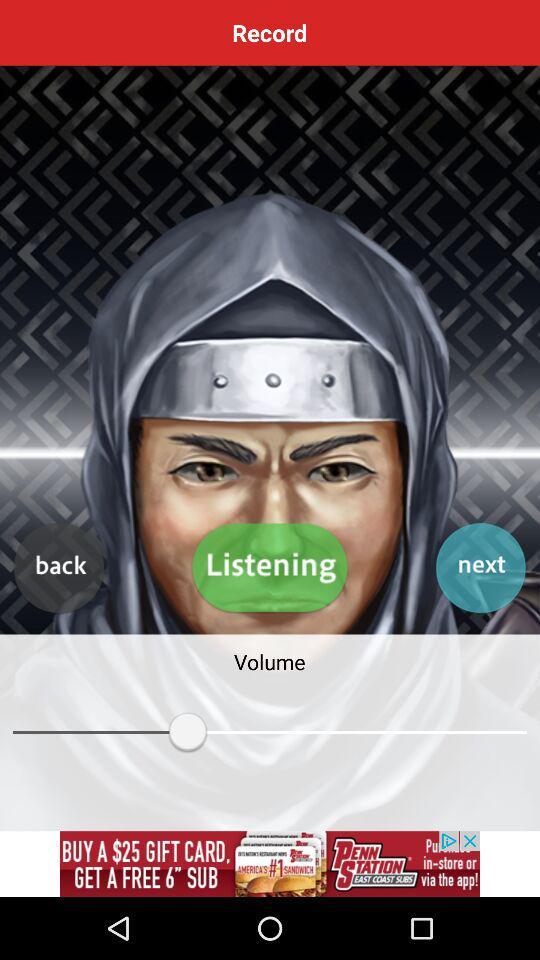  What do you see at coordinates (270, 863) in the screenshot?
I see `advertisement` at bounding box center [270, 863].